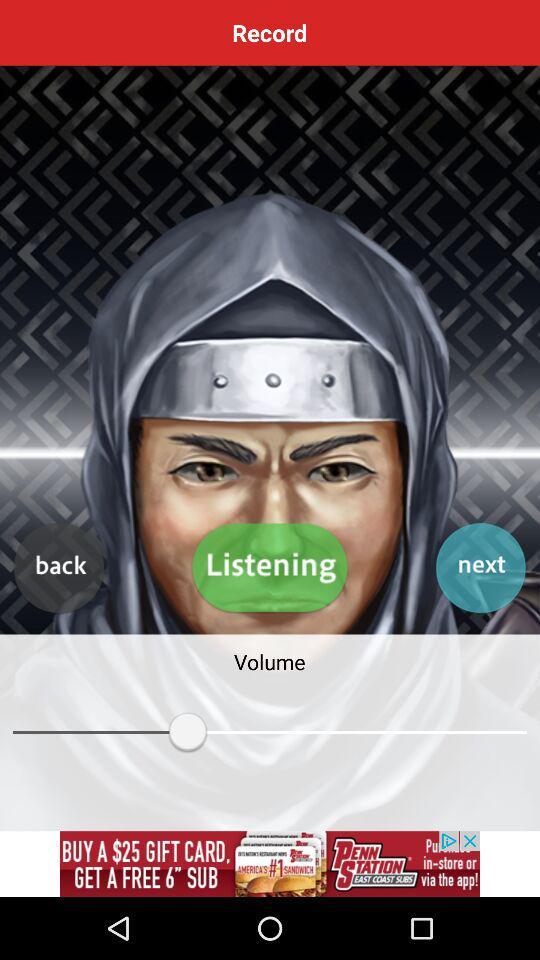  What do you see at coordinates (270, 863) in the screenshot?
I see `advertisement` at bounding box center [270, 863].